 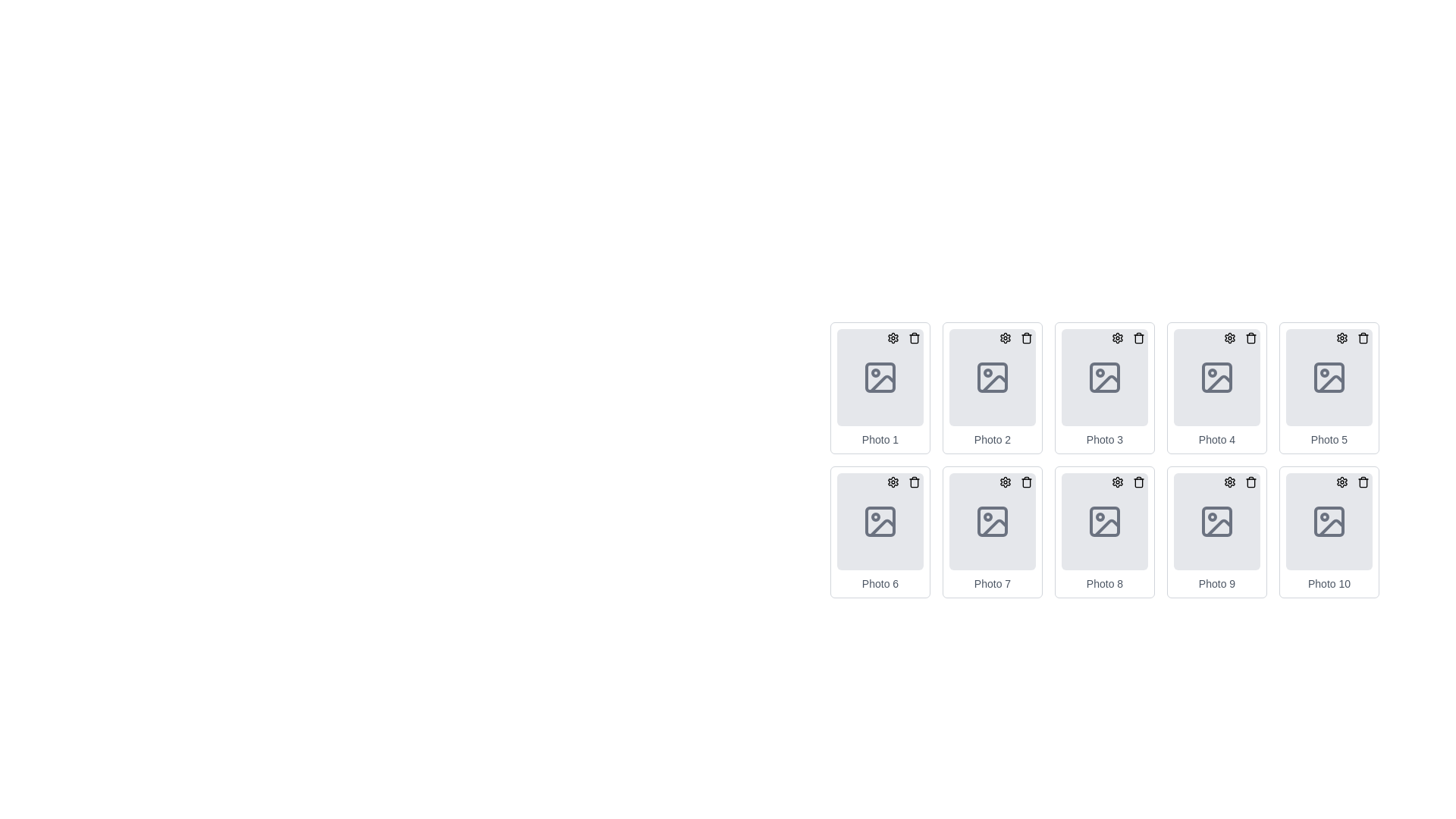 I want to click on the delete button located at the top-right corner of the card labeled 'Photo 4' to possibly reveal additional information or a tooltip, so click(x=1251, y=337).